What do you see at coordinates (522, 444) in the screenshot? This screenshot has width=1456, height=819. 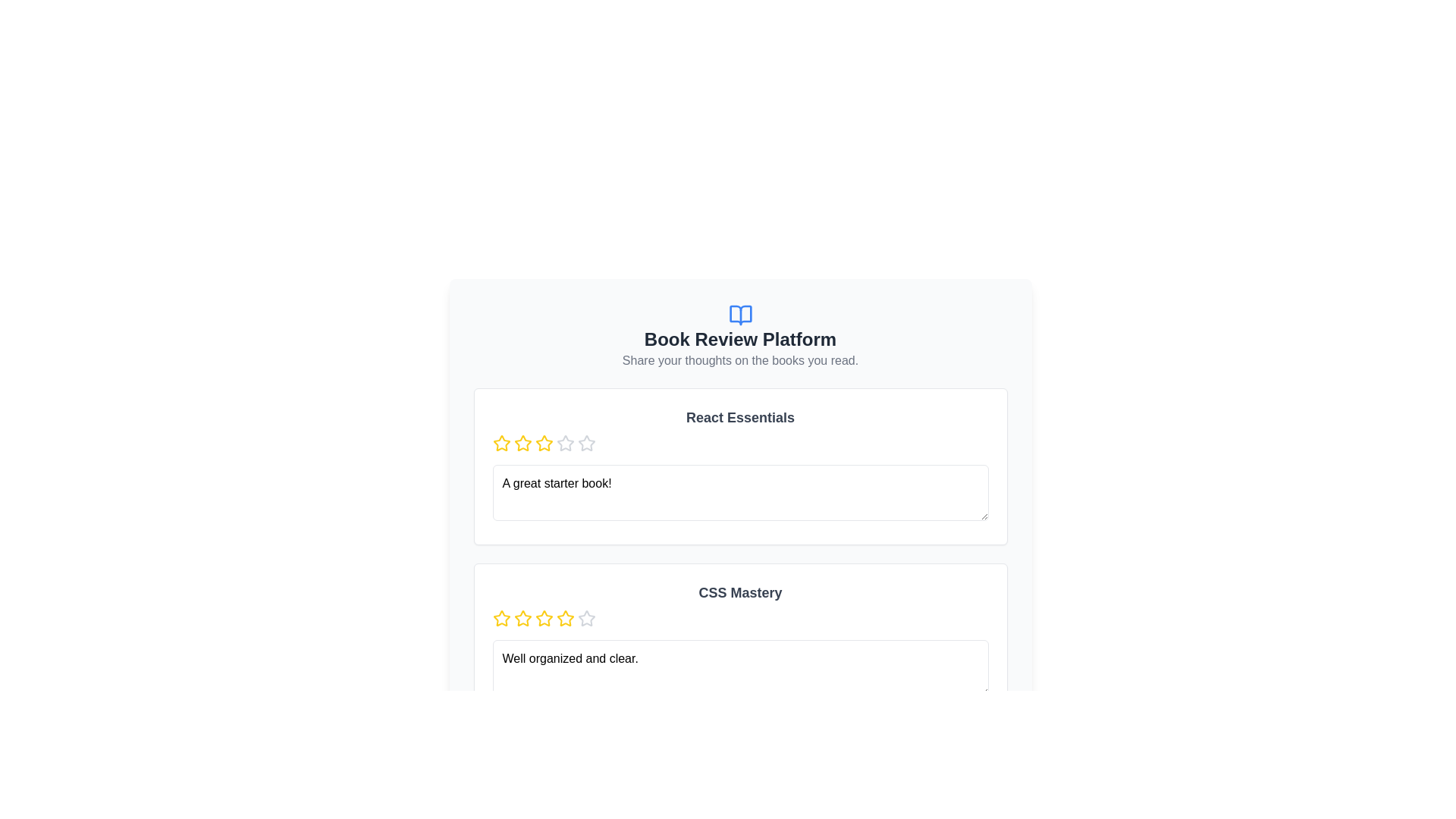 I see `the second star icon in the horizontal row above the 'React Essentials' text area to provide a 2-star rating` at bounding box center [522, 444].